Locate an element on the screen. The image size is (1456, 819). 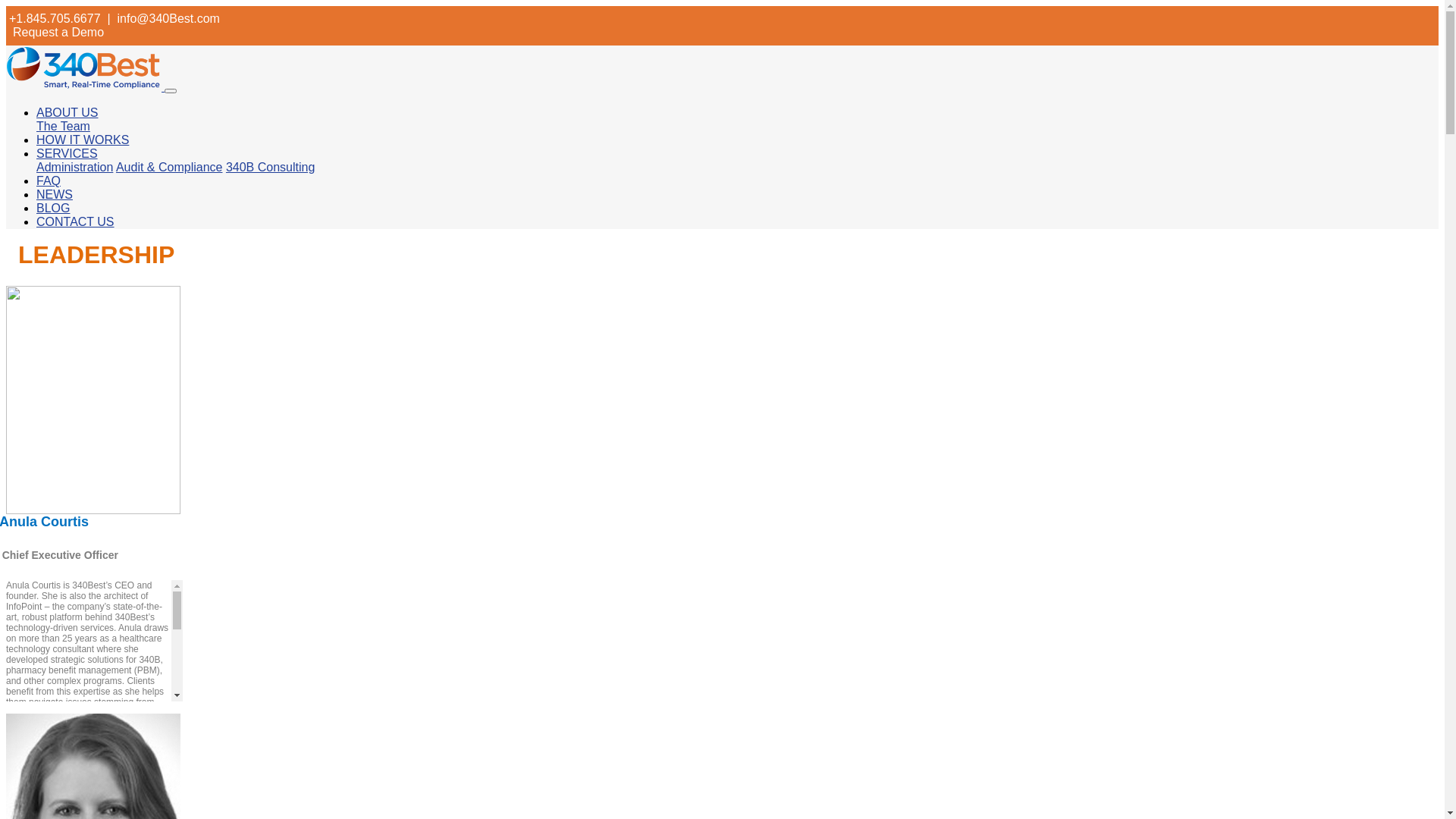
'Request a Demo' is located at coordinates (13, 32).